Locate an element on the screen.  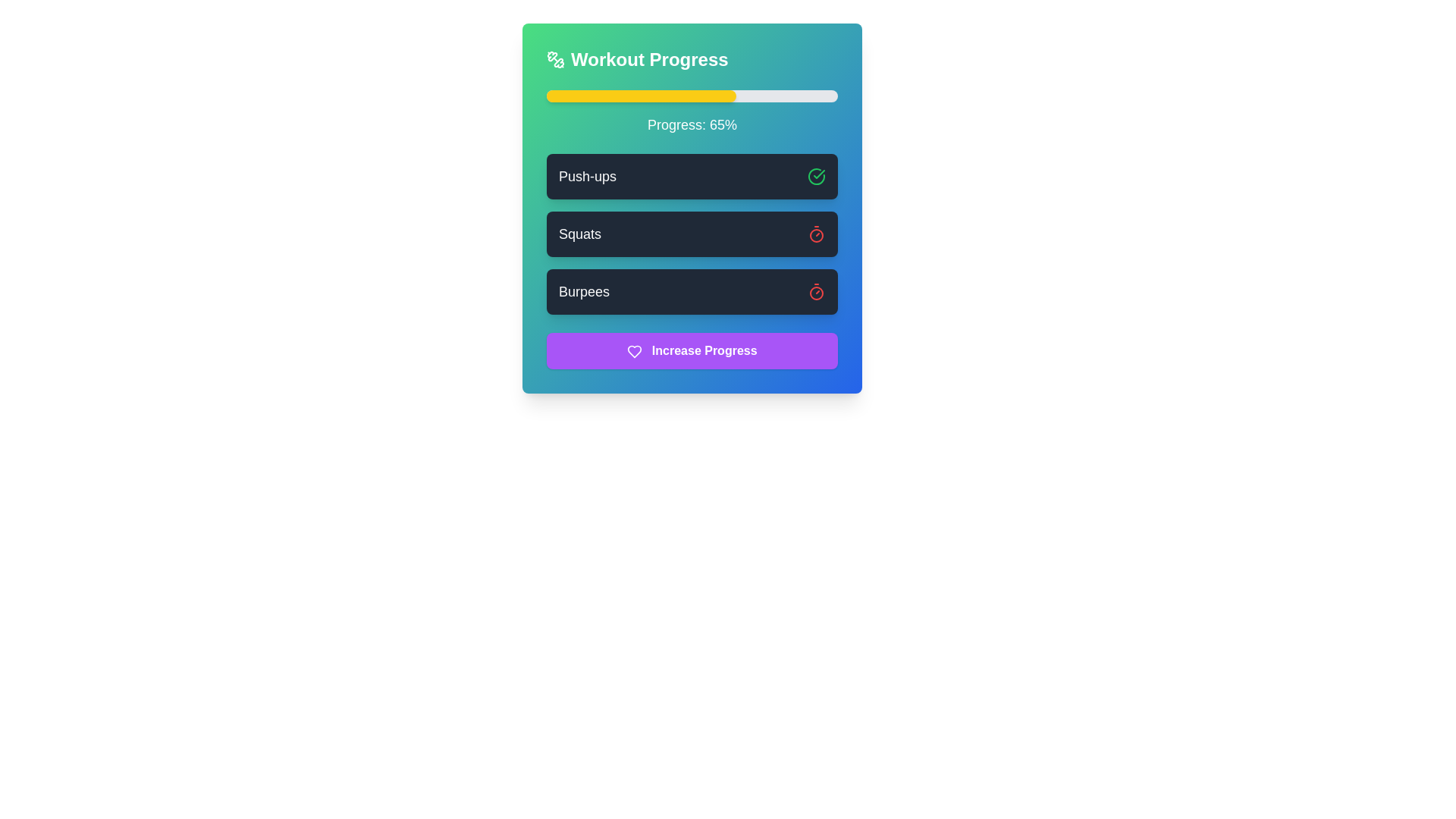
the yellow progress indicator segment that represents 65% completion of a task in the horizontal progress bar at the top of the card interface is located at coordinates (641, 96).